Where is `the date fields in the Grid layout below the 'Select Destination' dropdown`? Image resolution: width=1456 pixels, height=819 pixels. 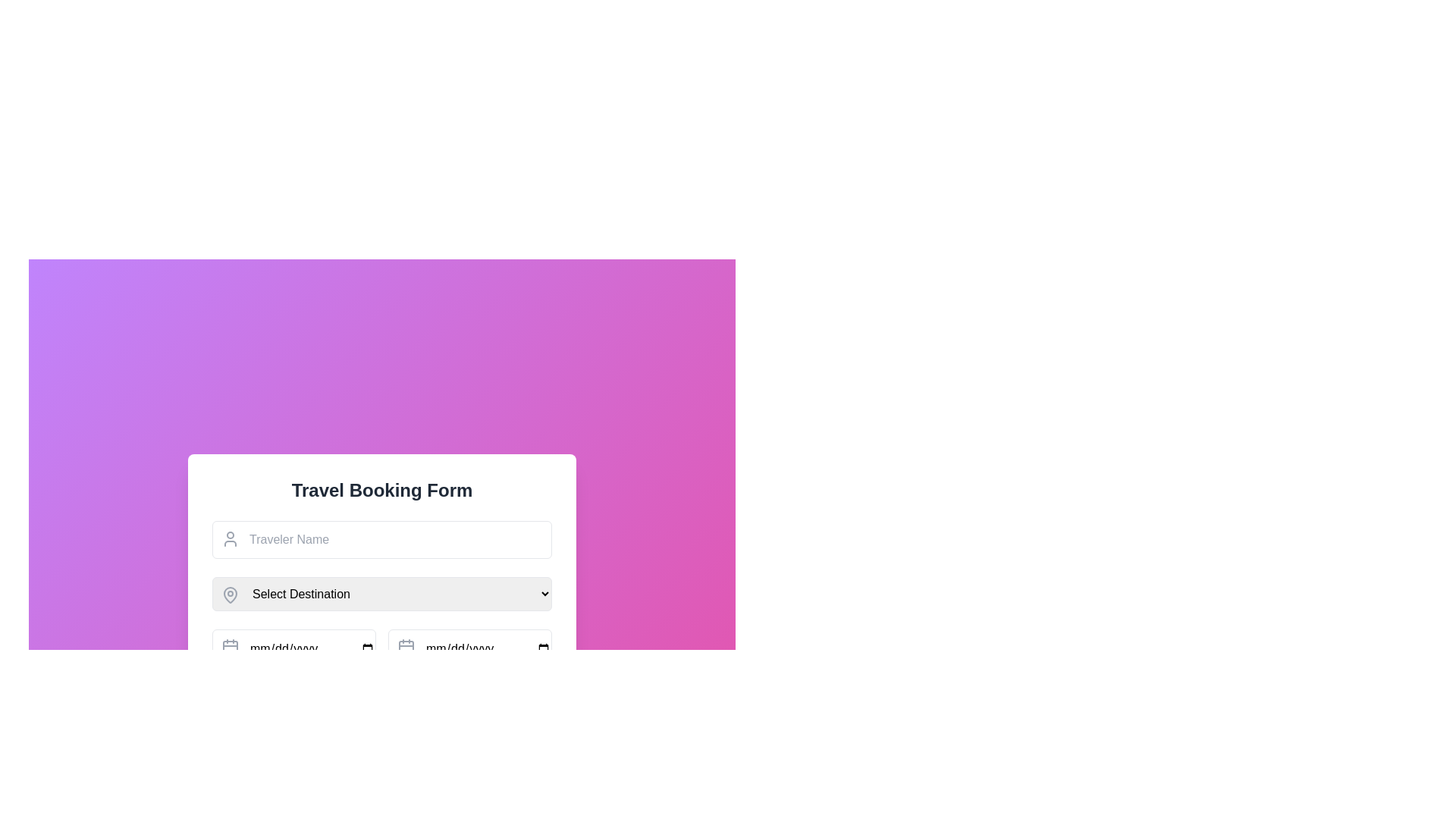
the date fields in the Grid layout below the 'Select Destination' dropdown is located at coordinates (382, 648).